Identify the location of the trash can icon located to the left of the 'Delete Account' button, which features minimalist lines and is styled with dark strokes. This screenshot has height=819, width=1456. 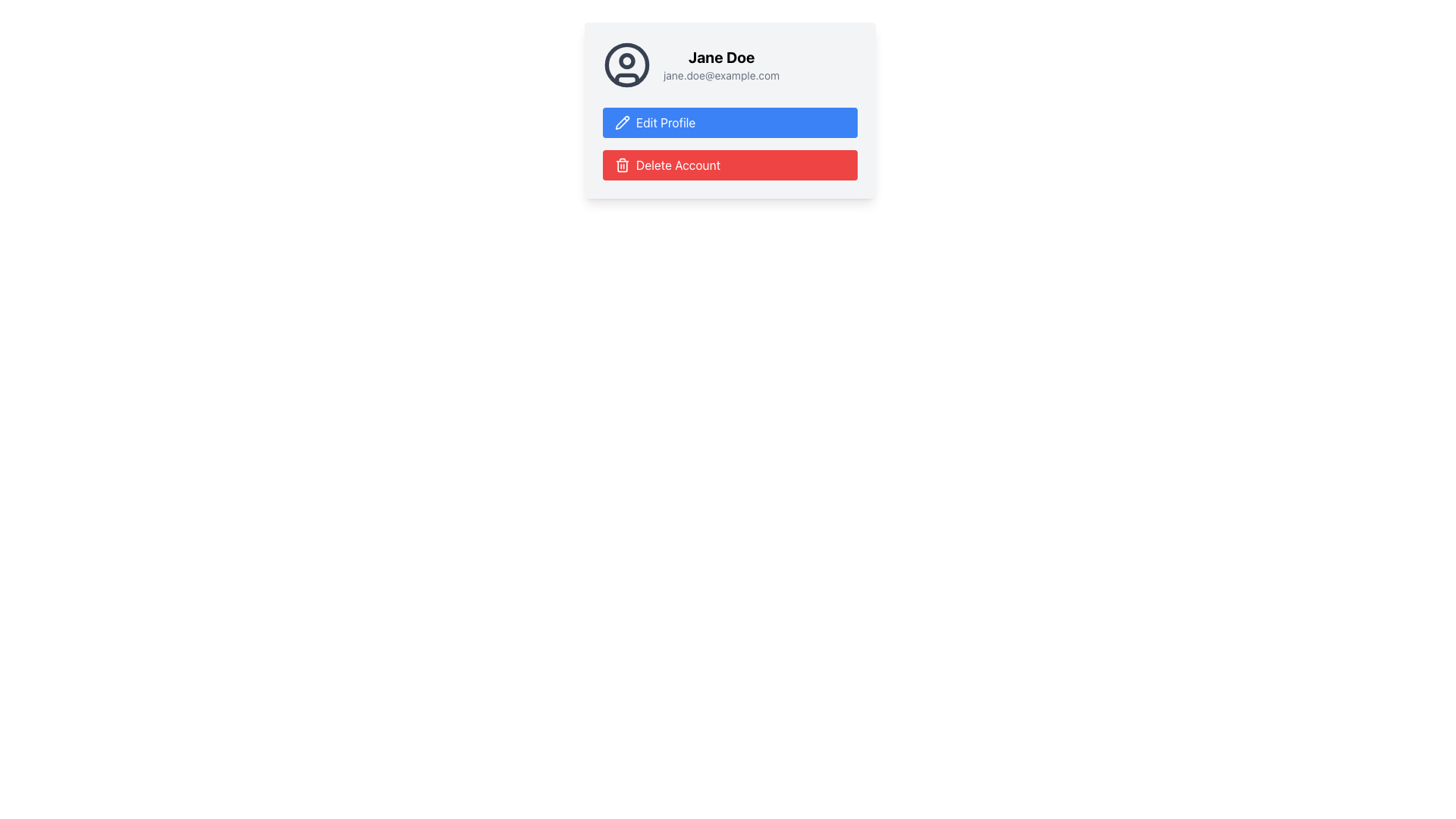
(622, 165).